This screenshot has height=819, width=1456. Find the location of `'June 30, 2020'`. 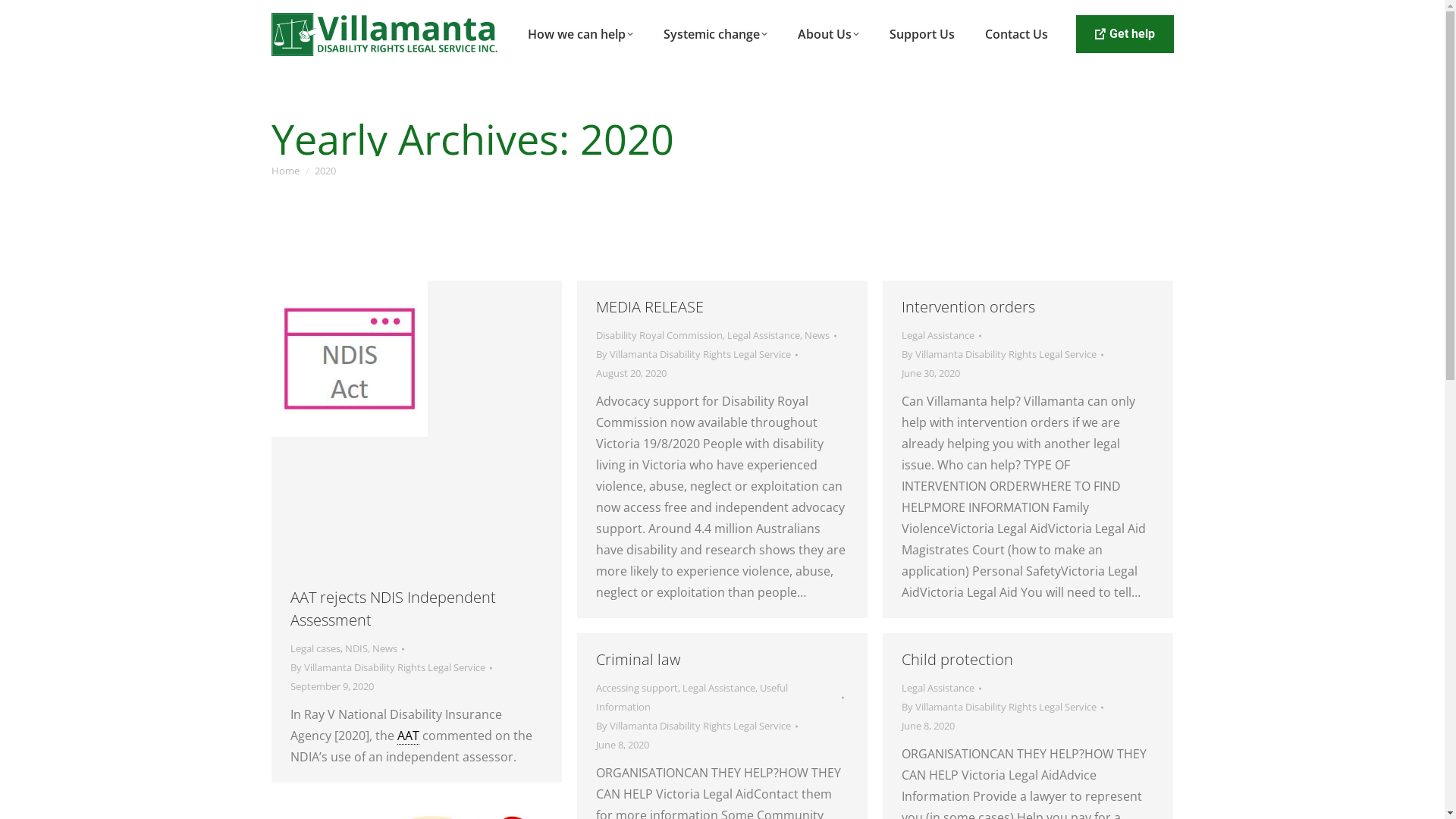

'June 30, 2020' is located at coordinates (929, 373).